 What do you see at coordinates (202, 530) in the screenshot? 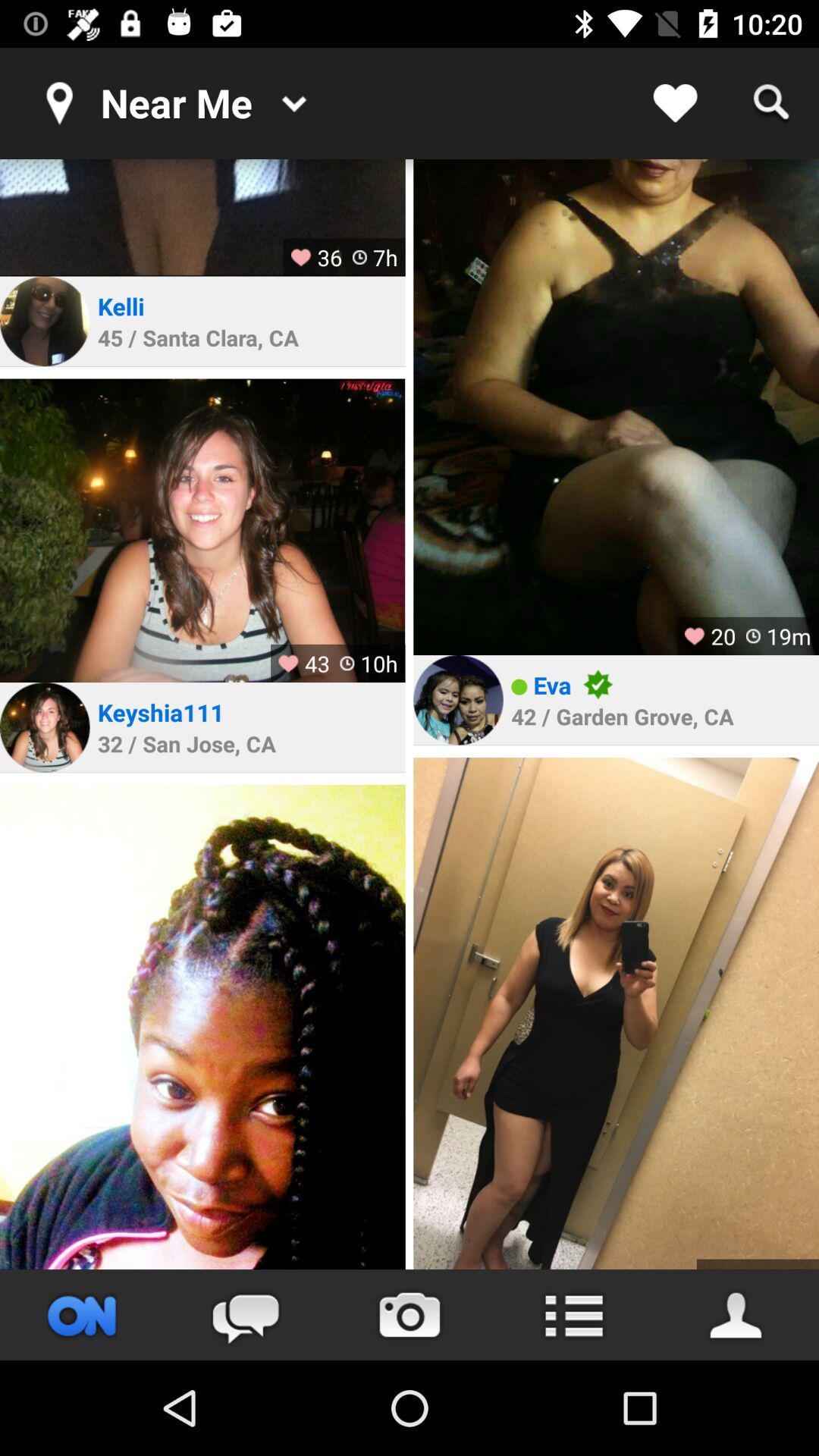
I see `the image` at bounding box center [202, 530].